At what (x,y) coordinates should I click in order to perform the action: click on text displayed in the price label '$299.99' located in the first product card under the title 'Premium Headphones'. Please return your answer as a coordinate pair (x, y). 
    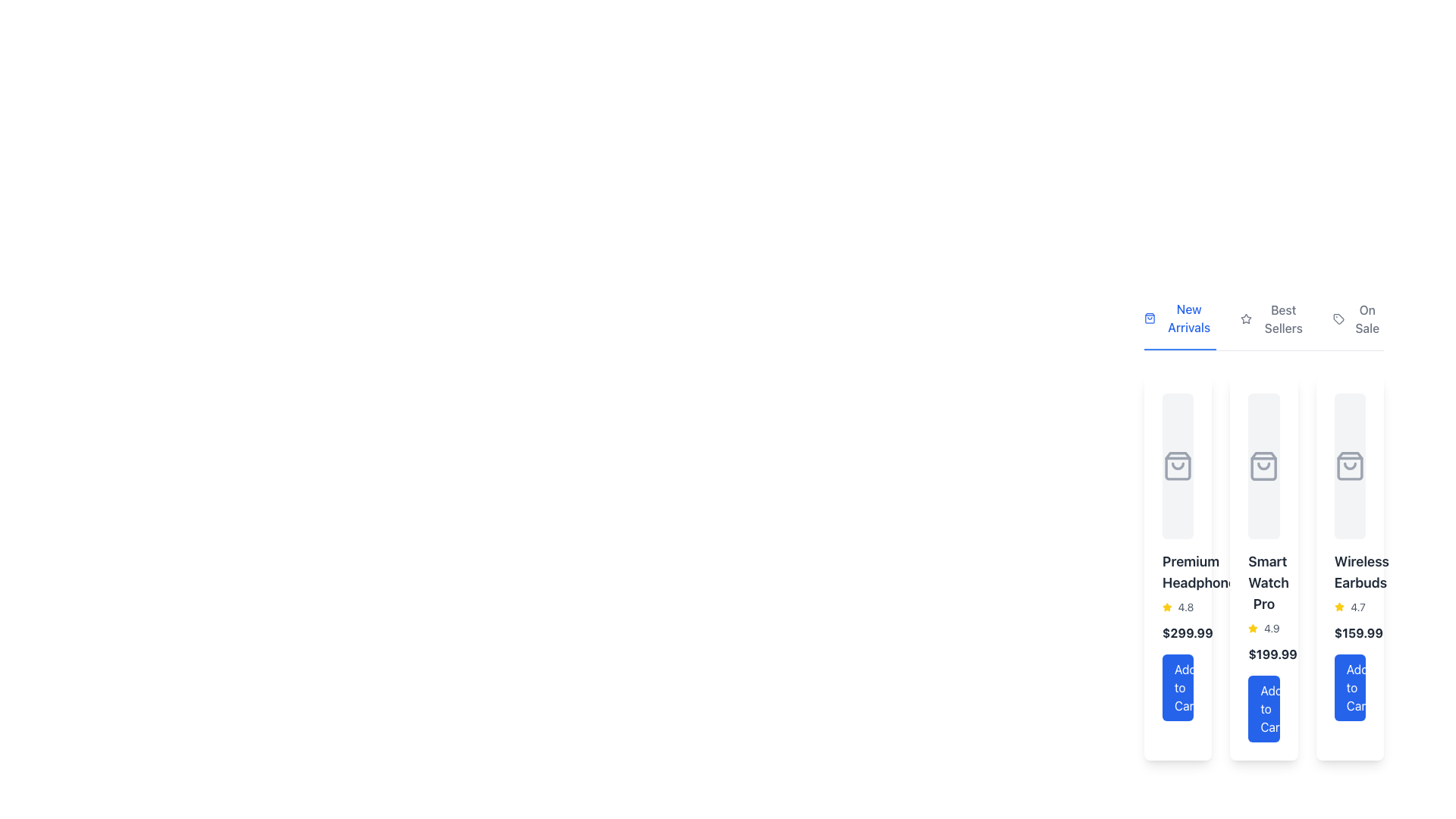
    Looking at the image, I should click on (1177, 632).